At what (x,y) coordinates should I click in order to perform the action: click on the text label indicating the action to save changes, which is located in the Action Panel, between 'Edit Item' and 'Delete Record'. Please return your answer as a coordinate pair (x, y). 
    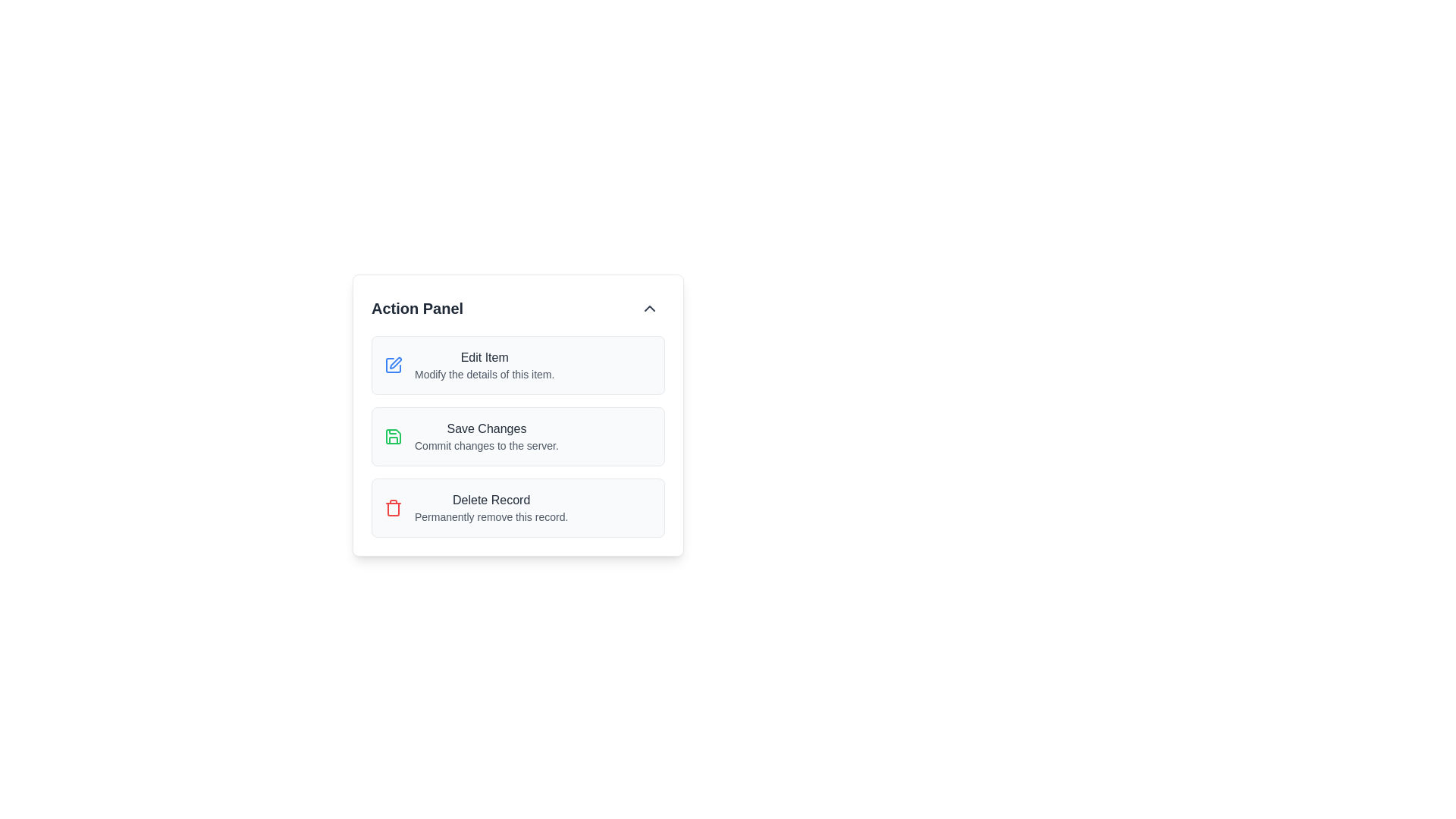
    Looking at the image, I should click on (486, 429).